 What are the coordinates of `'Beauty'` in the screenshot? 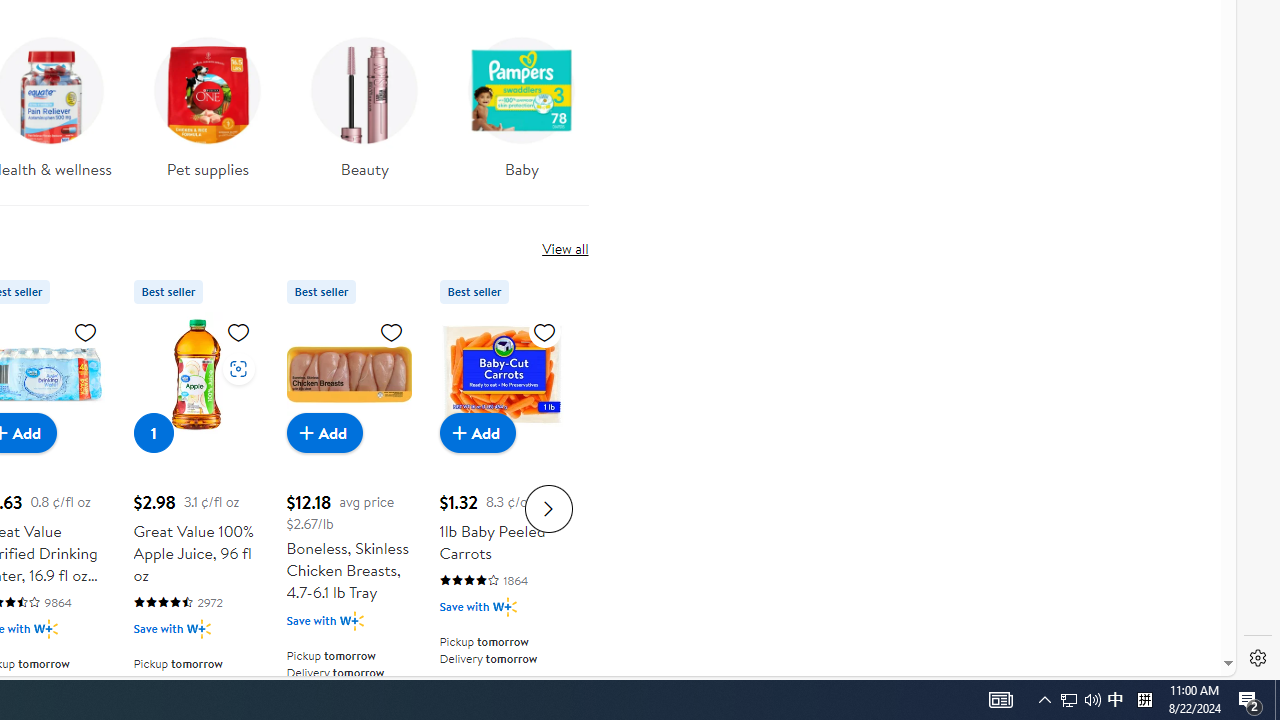 It's located at (365, 101).